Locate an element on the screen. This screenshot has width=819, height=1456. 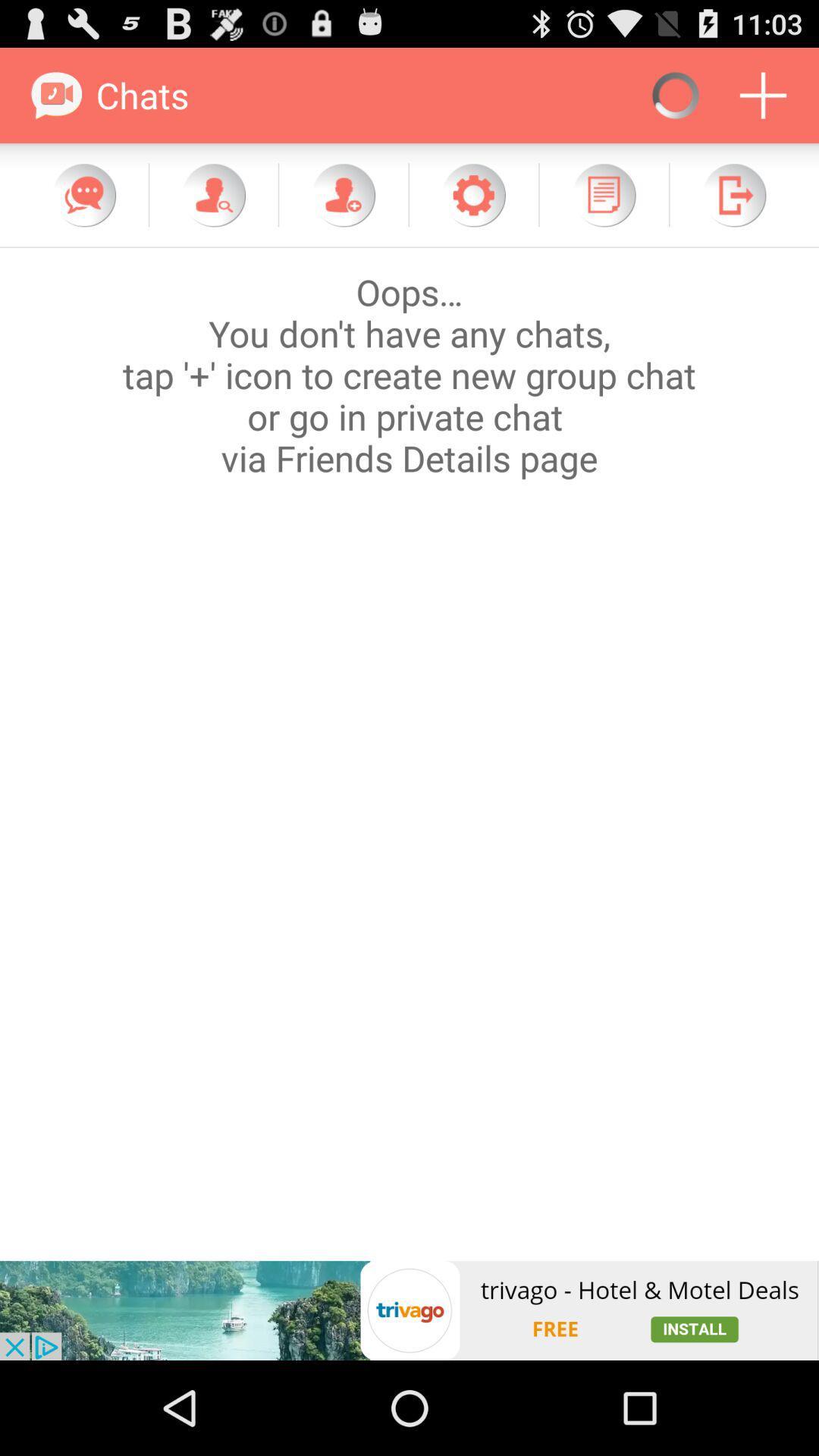
chat is located at coordinates (84, 194).